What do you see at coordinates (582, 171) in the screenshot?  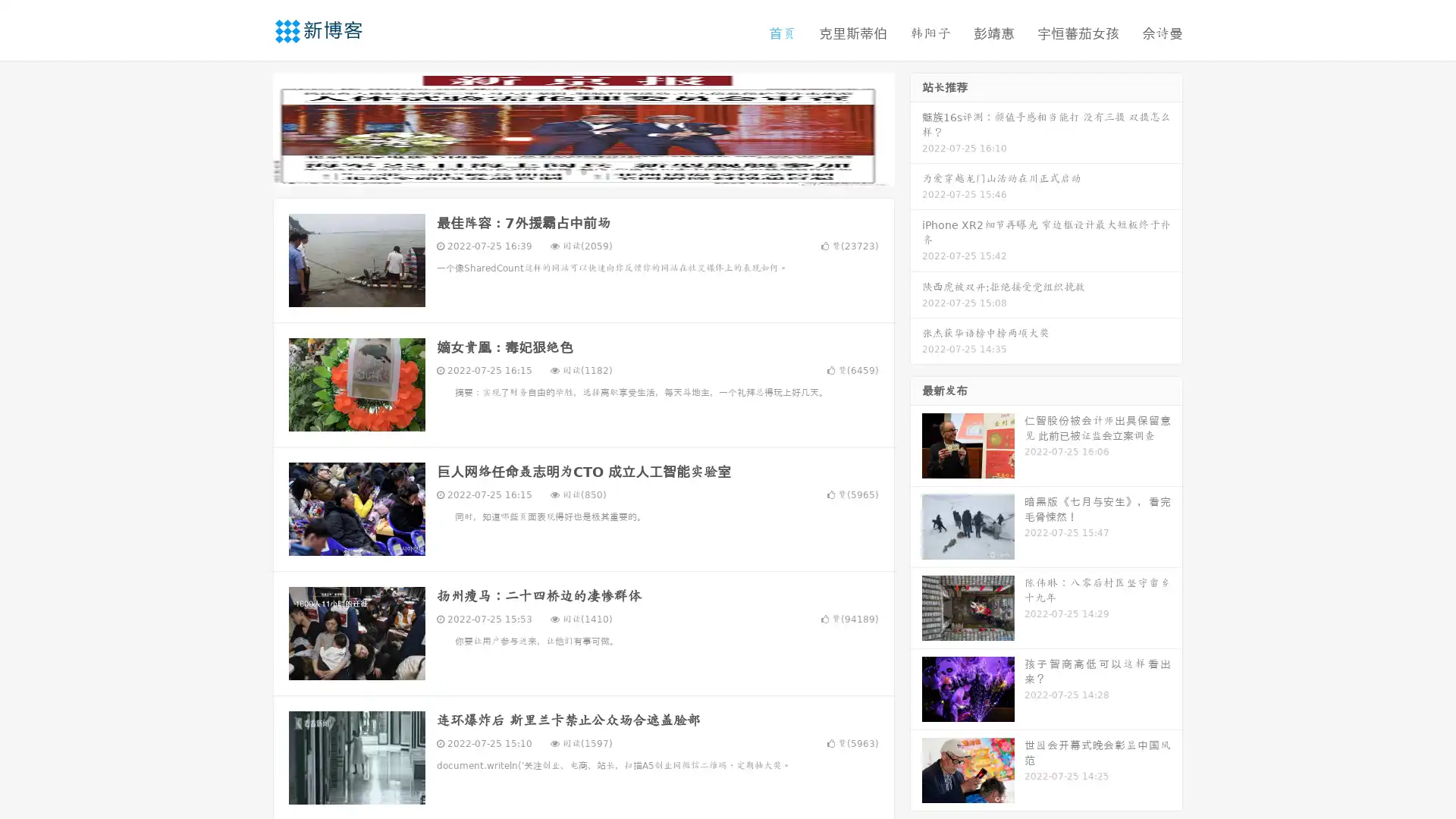 I see `Go to slide 2` at bounding box center [582, 171].